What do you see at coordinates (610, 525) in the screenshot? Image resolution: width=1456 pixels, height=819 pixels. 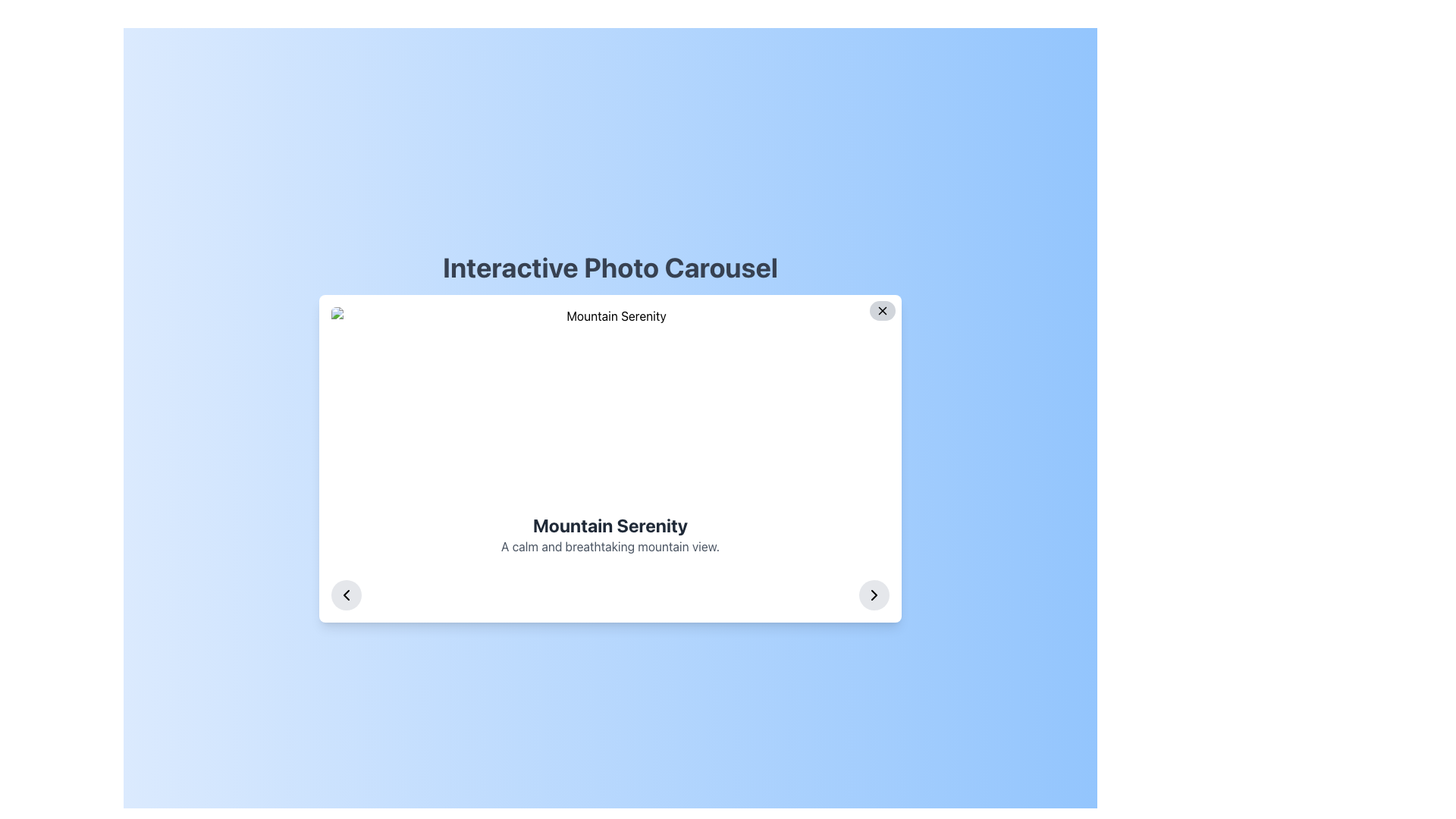 I see `the Label or Header text that serves as a title or label for the displayed content, positioned centrally below an image and above a description text` at bounding box center [610, 525].